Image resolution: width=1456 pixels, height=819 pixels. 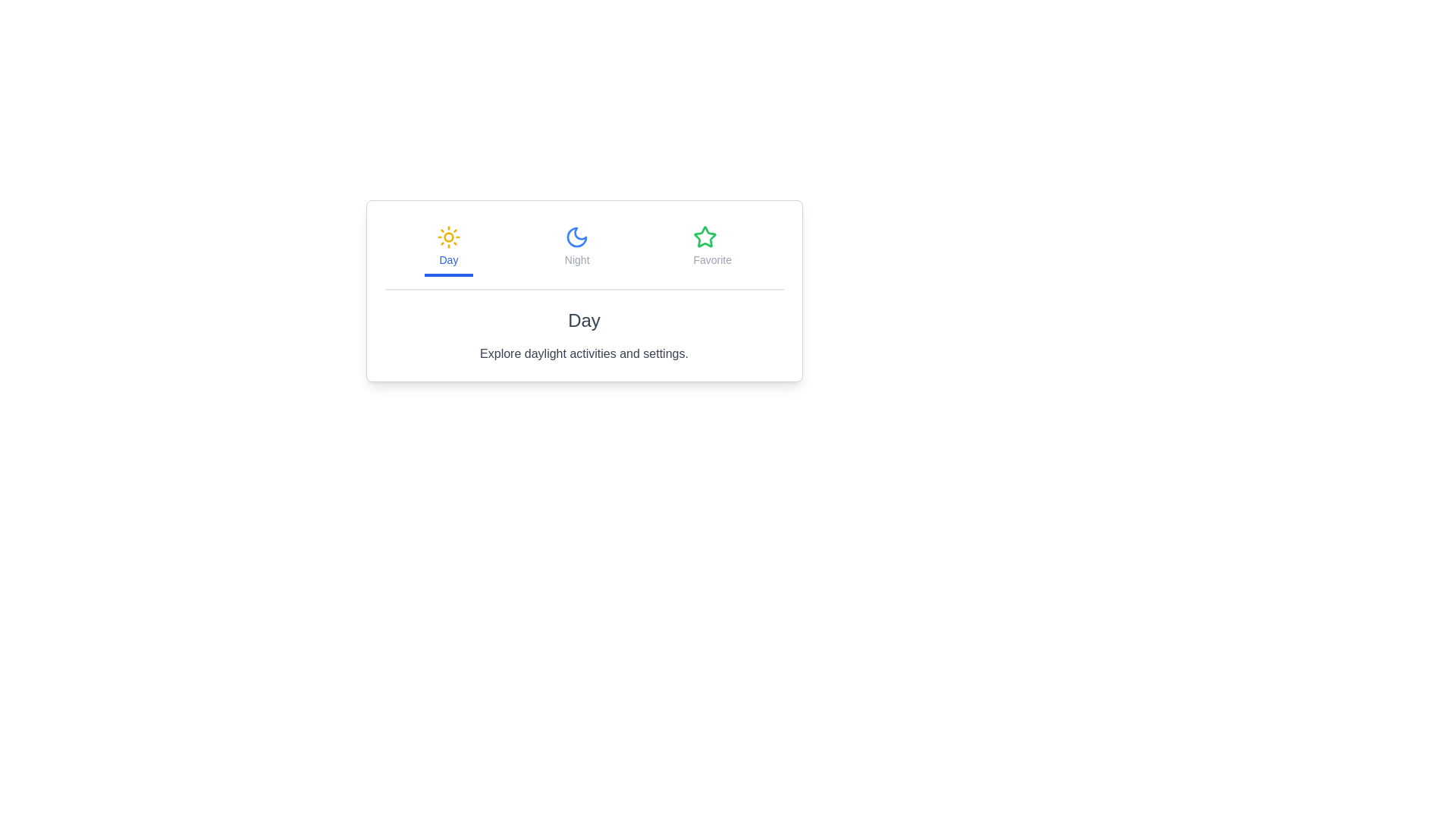 I want to click on the tab corresponding to Favorite by clicking on its button, so click(x=711, y=247).